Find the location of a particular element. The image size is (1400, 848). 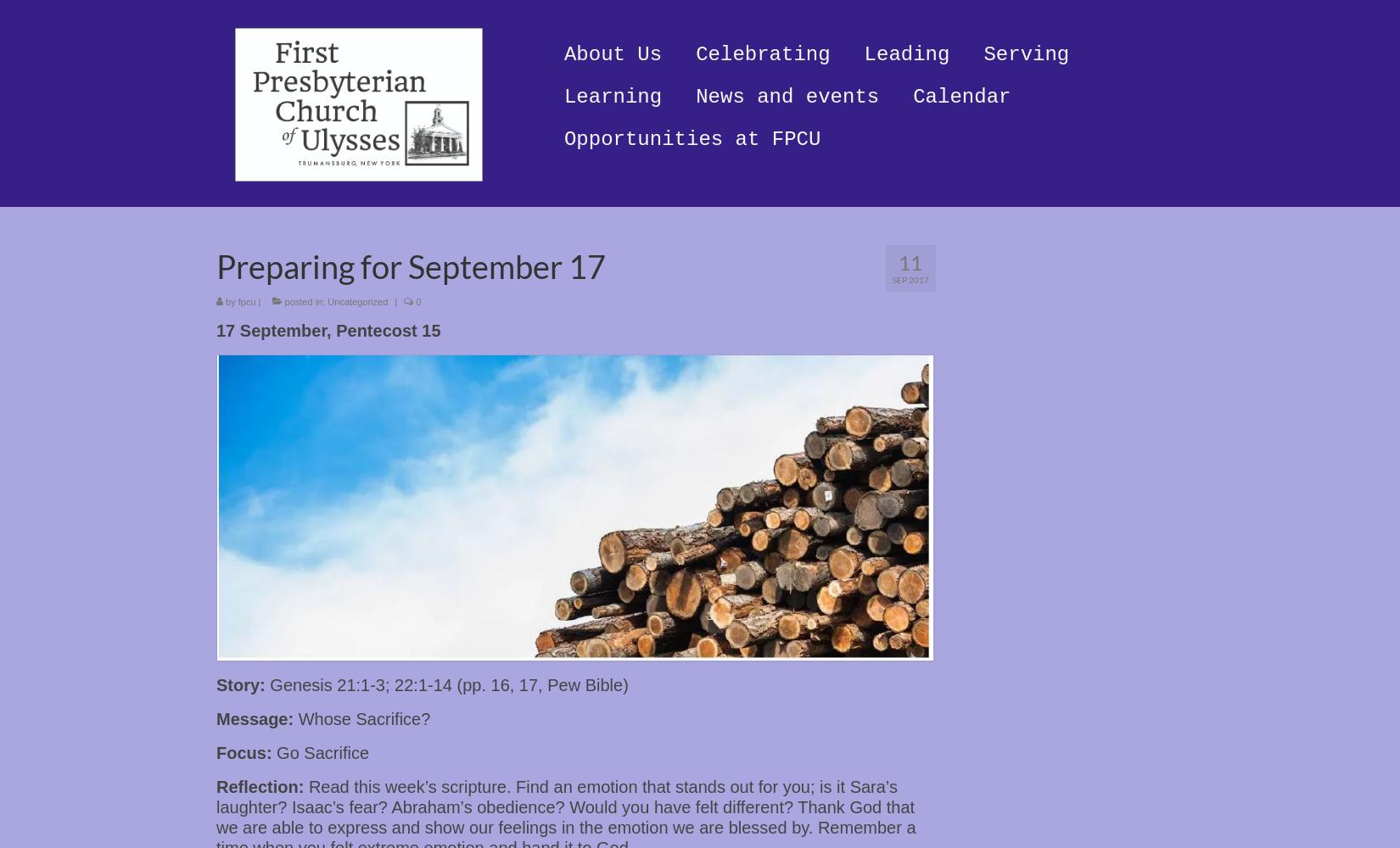

'posted in:' is located at coordinates (305, 300).